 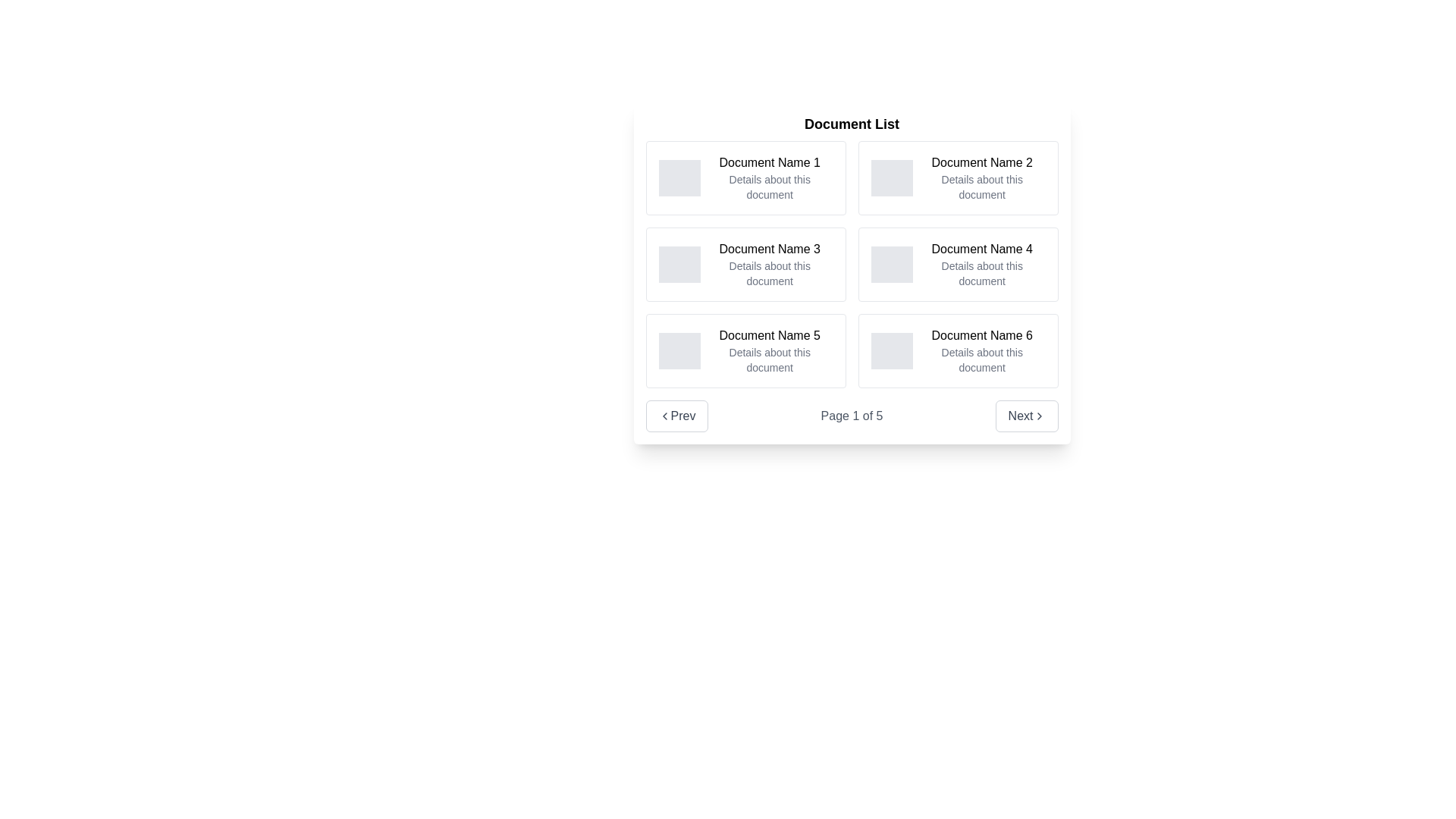 I want to click on the text label indicating the current page number and total pages in the pagination system, located between the 'Prev' and 'Next' buttons, so click(x=852, y=416).